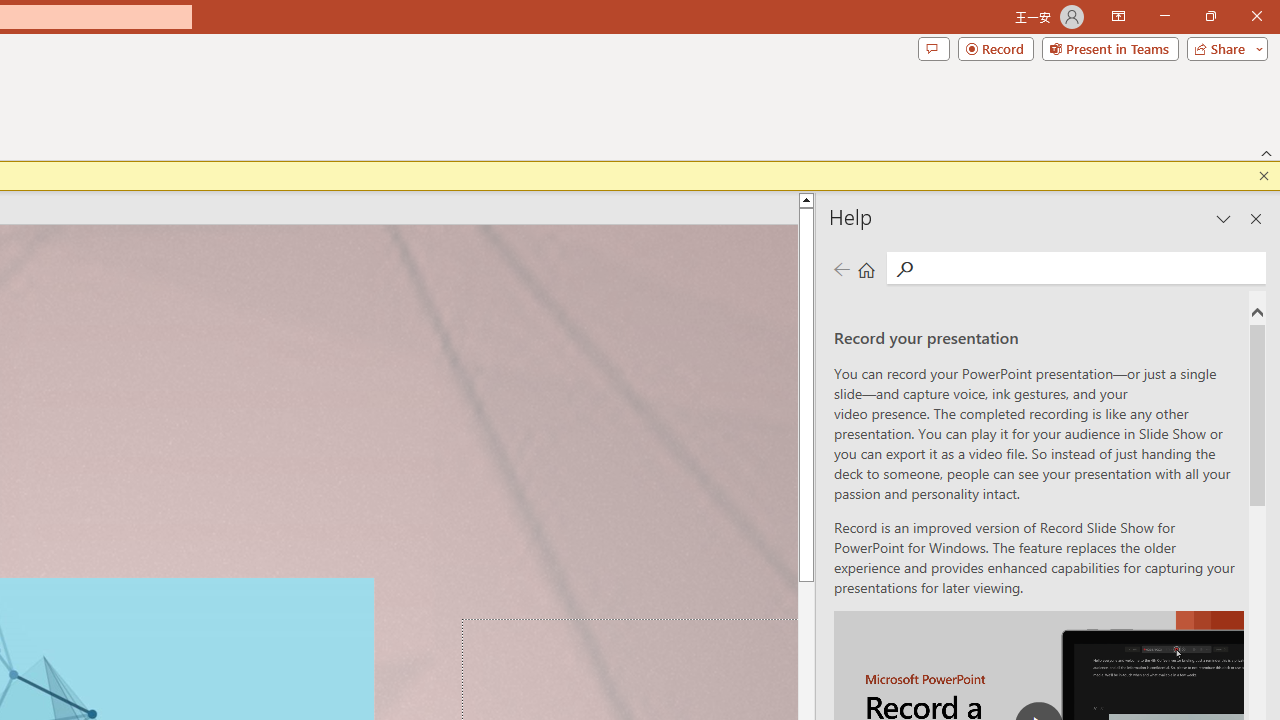  I want to click on 'Previous page', so click(841, 268).